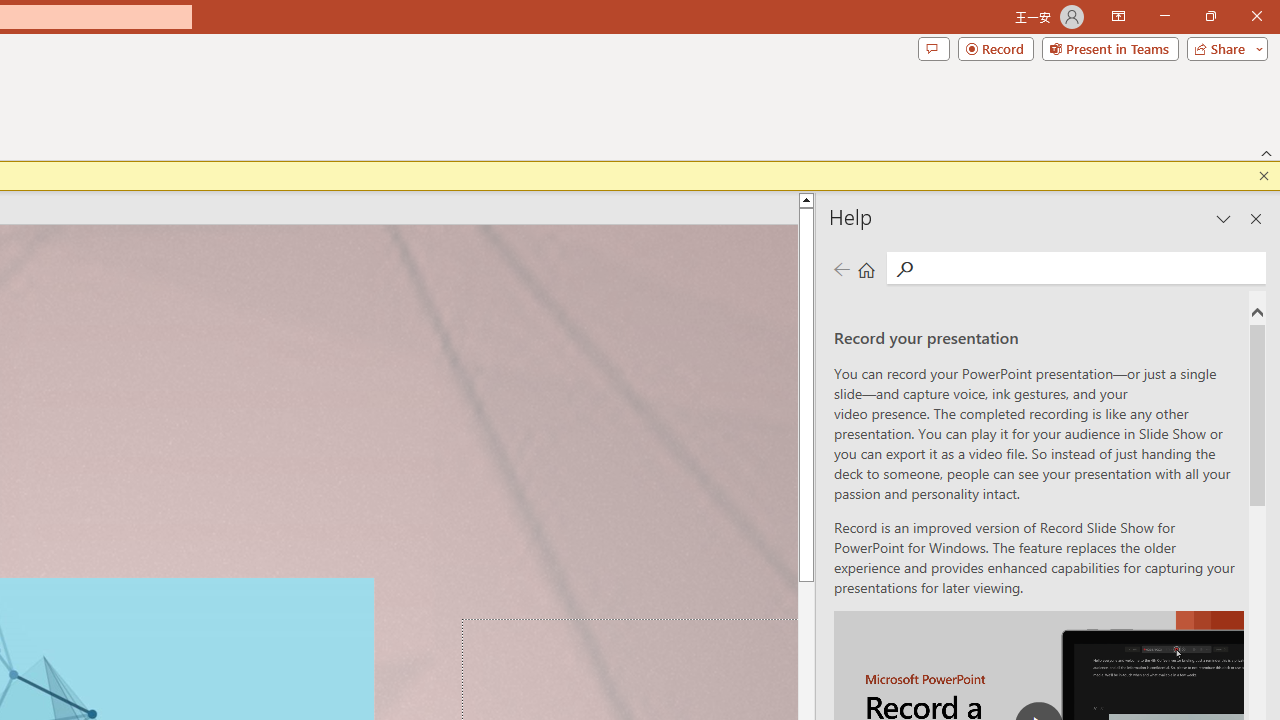  I want to click on 'Previous page', so click(841, 268).